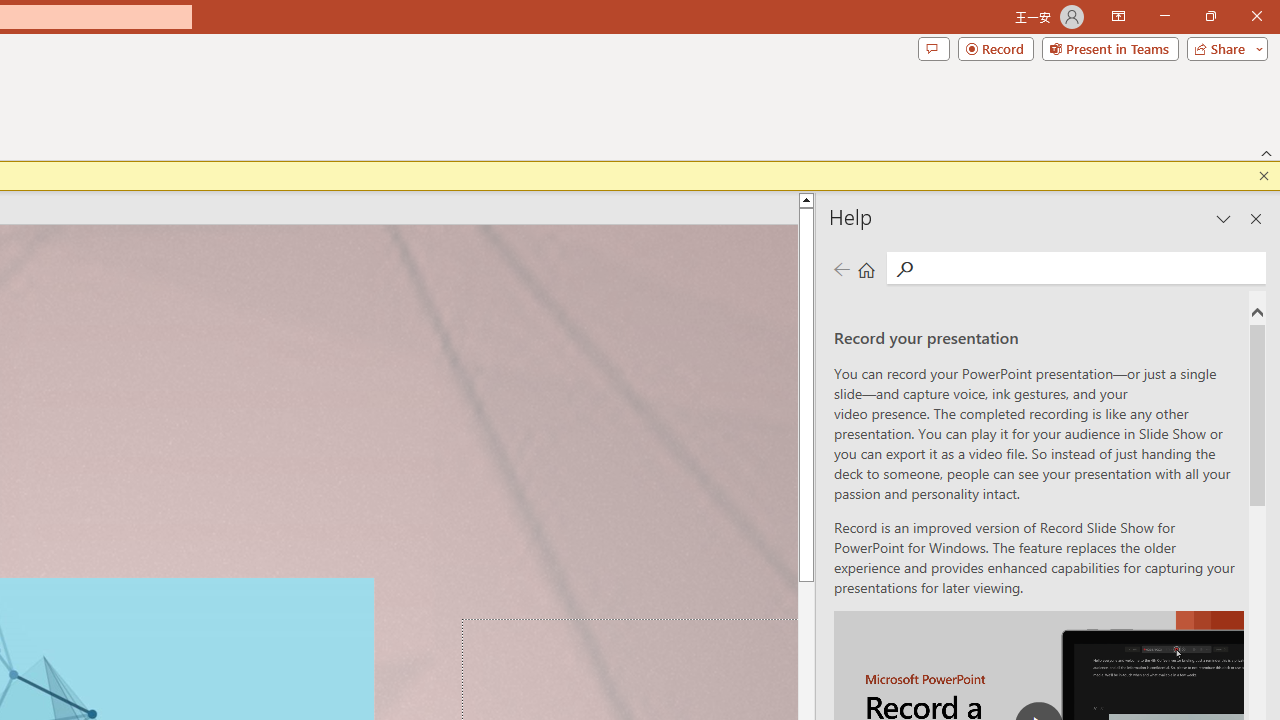  I want to click on 'Previous page', so click(841, 268).